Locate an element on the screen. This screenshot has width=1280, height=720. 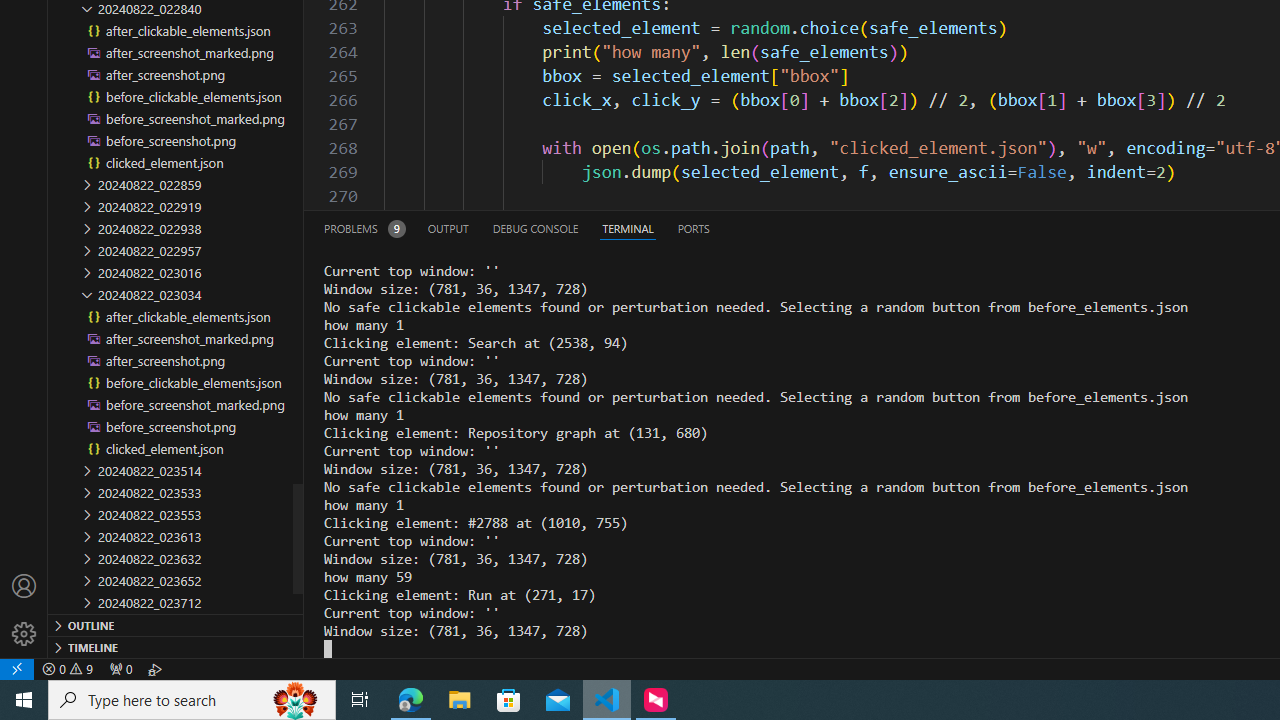
'Terminal (Ctrl+`)' is located at coordinates (626, 227).